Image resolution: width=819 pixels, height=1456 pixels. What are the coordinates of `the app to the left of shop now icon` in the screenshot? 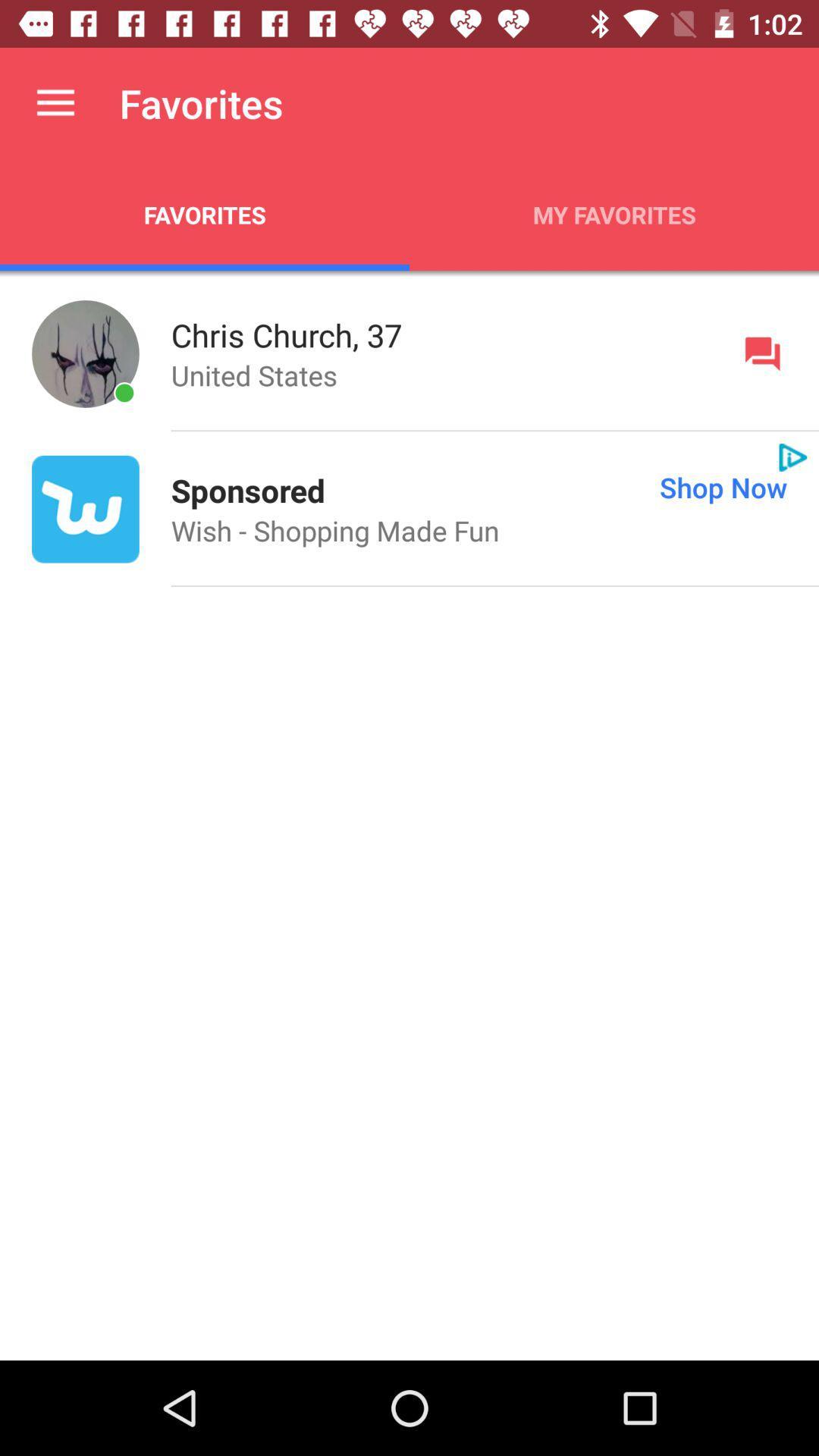 It's located at (247, 490).